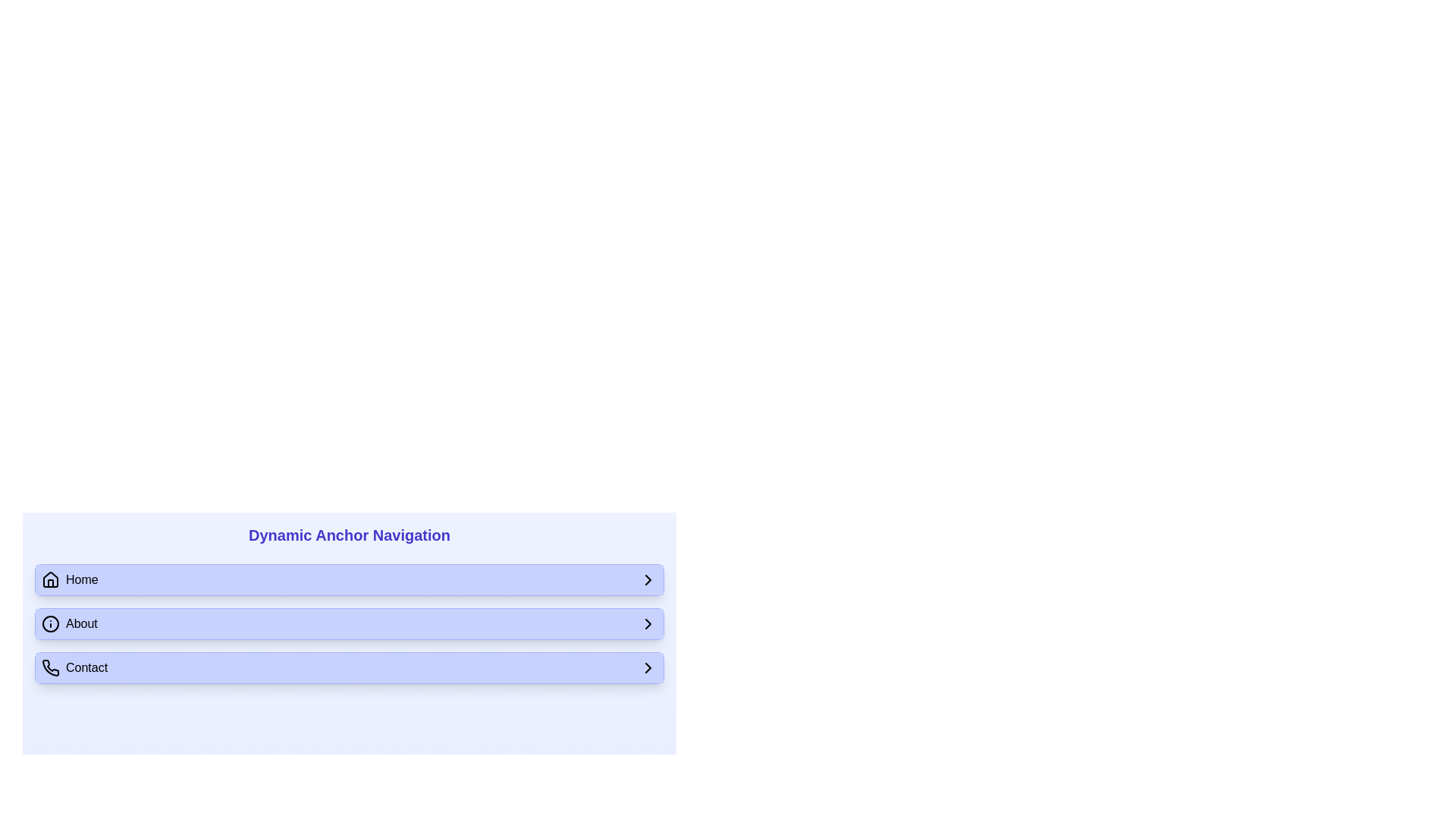 This screenshot has width=1456, height=819. What do you see at coordinates (648, 667) in the screenshot?
I see `the right-facing chevron icon that indicates navigation or expansion, located at the far-right end of the row containing the text 'Contact' and an adjacent phone icon` at bounding box center [648, 667].